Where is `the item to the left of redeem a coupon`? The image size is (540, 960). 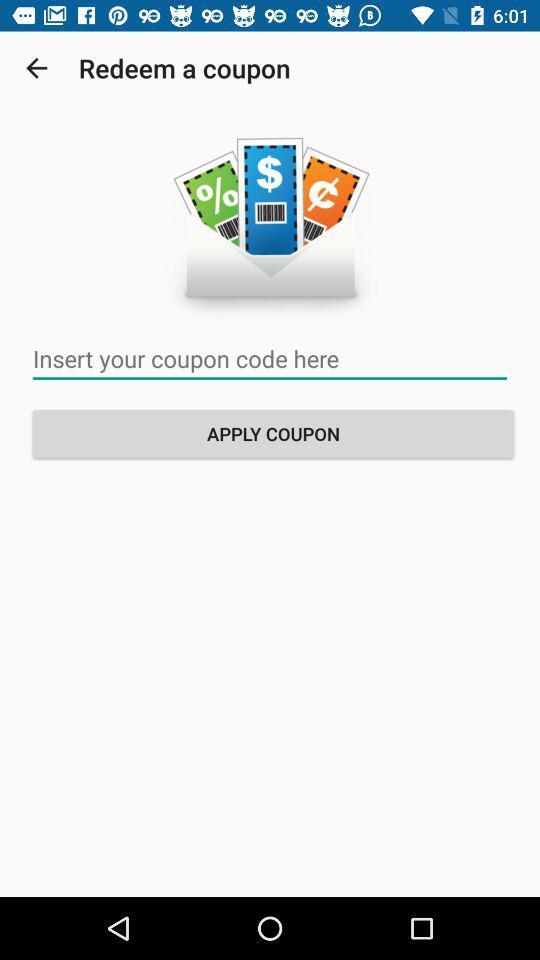
the item to the left of redeem a coupon is located at coordinates (36, 68).